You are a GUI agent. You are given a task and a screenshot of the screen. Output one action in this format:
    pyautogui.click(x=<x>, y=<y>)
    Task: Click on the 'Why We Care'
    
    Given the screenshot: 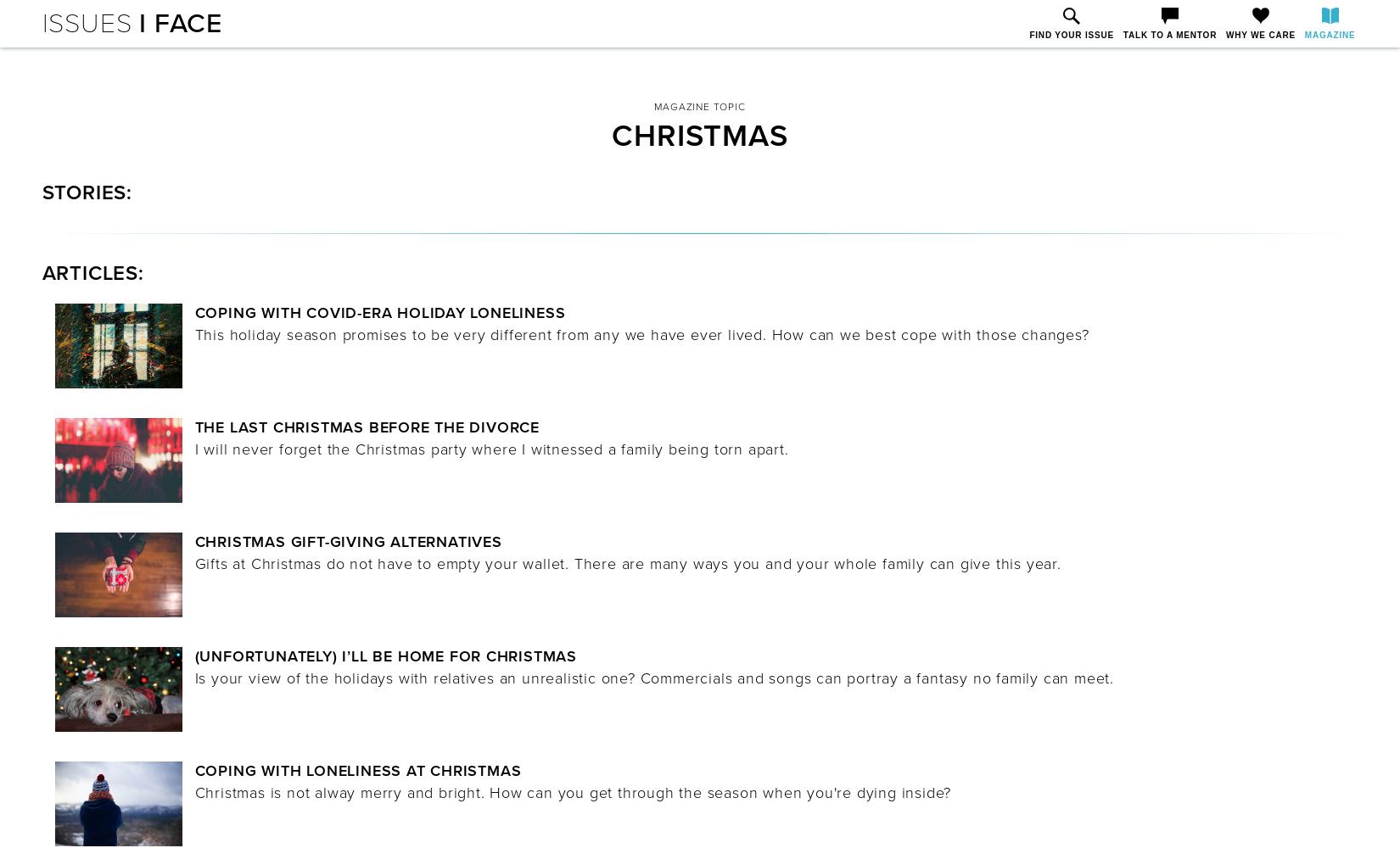 What is the action you would take?
    pyautogui.click(x=1259, y=35)
    